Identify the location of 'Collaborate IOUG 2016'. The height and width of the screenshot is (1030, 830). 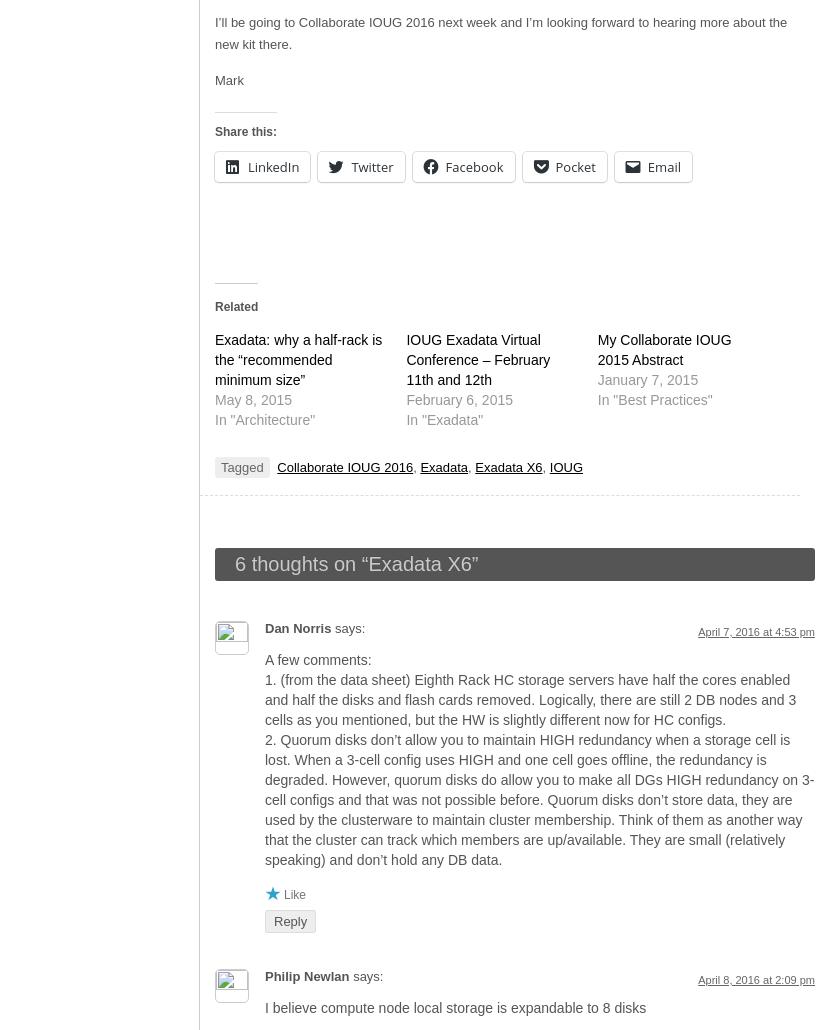
(345, 466).